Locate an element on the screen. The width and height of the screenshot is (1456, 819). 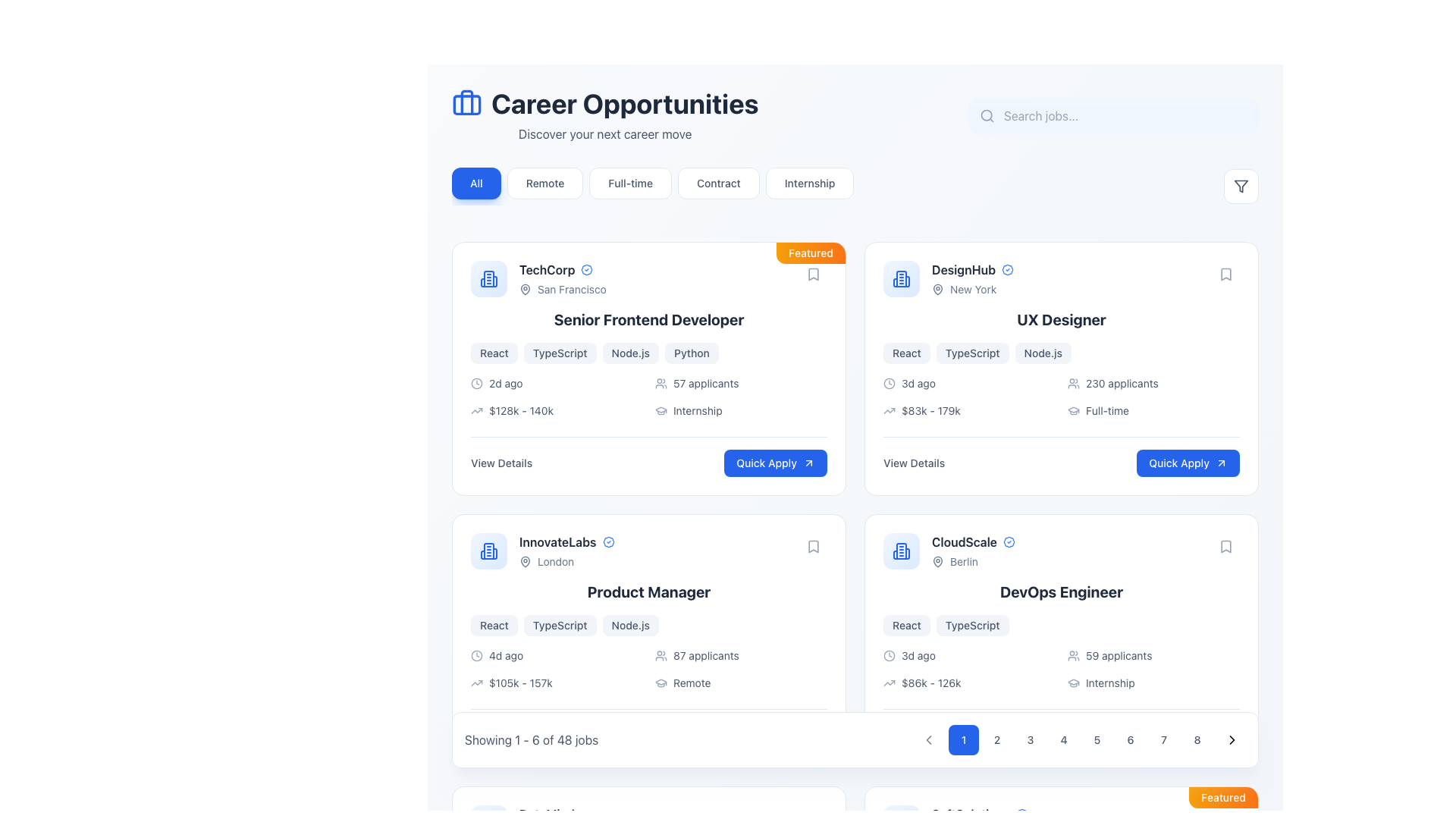
the button containing an SVG icon located in the pagination controls is located at coordinates (927, 739).